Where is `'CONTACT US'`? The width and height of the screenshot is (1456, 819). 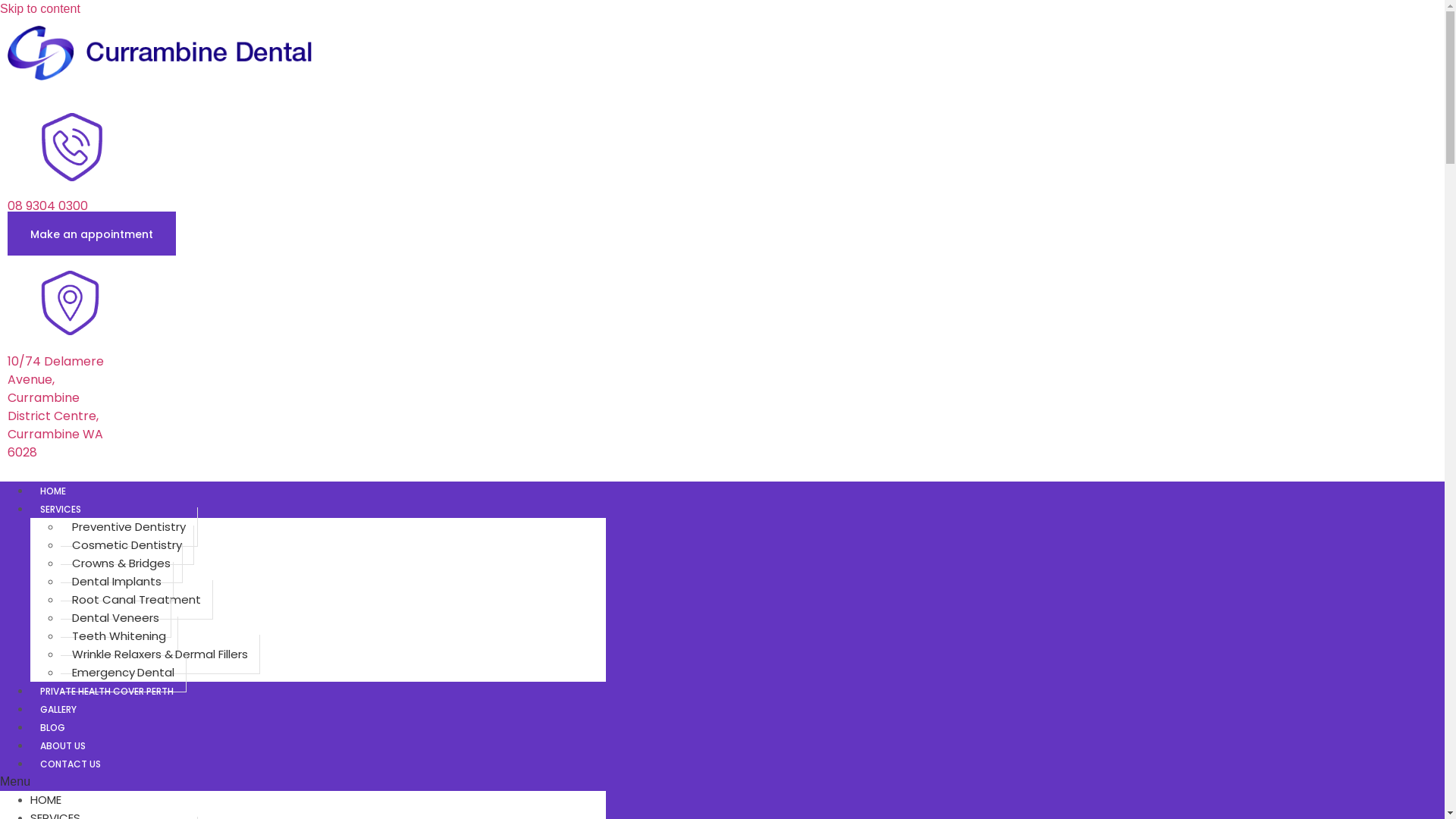
'CONTACT US' is located at coordinates (70, 762).